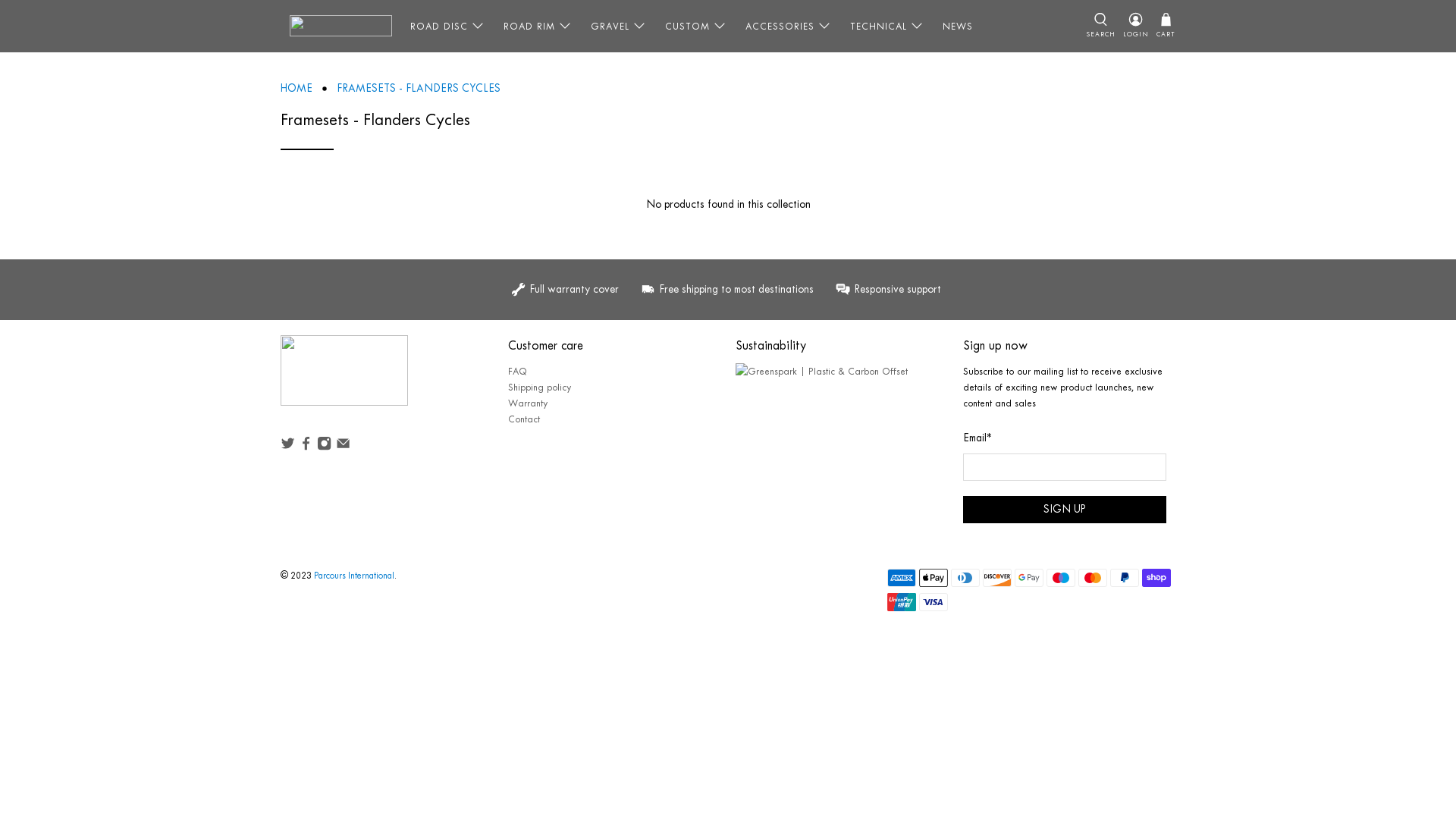 This screenshot has height=819, width=1456. Describe the element at coordinates (524, 419) in the screenshot. I see `'Contact'` at that location.